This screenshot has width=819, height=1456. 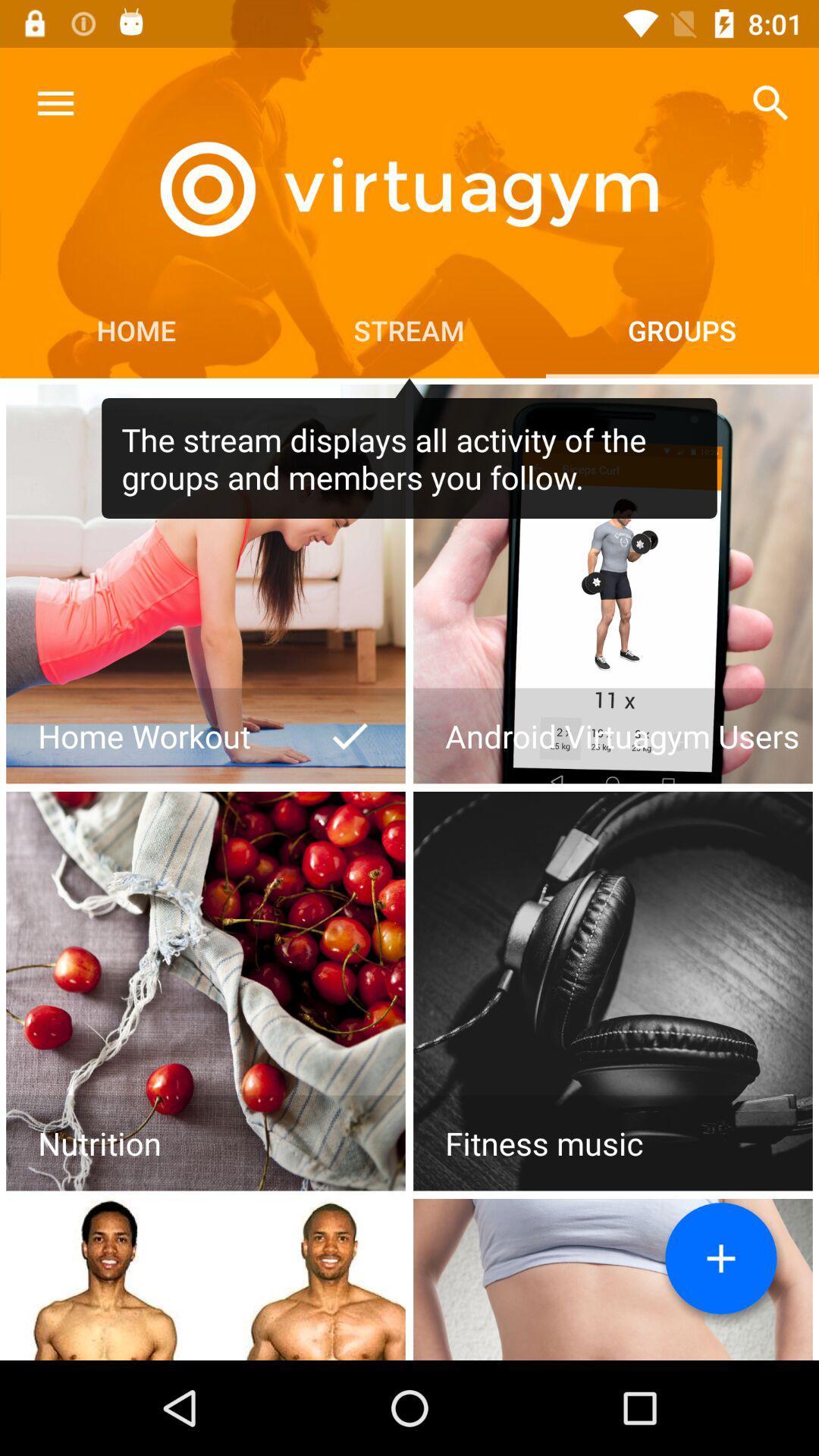 What do you see at coordinates (720, 1258) in the screenshot?
I see `the add icon` at bounding box center [720, 1258].